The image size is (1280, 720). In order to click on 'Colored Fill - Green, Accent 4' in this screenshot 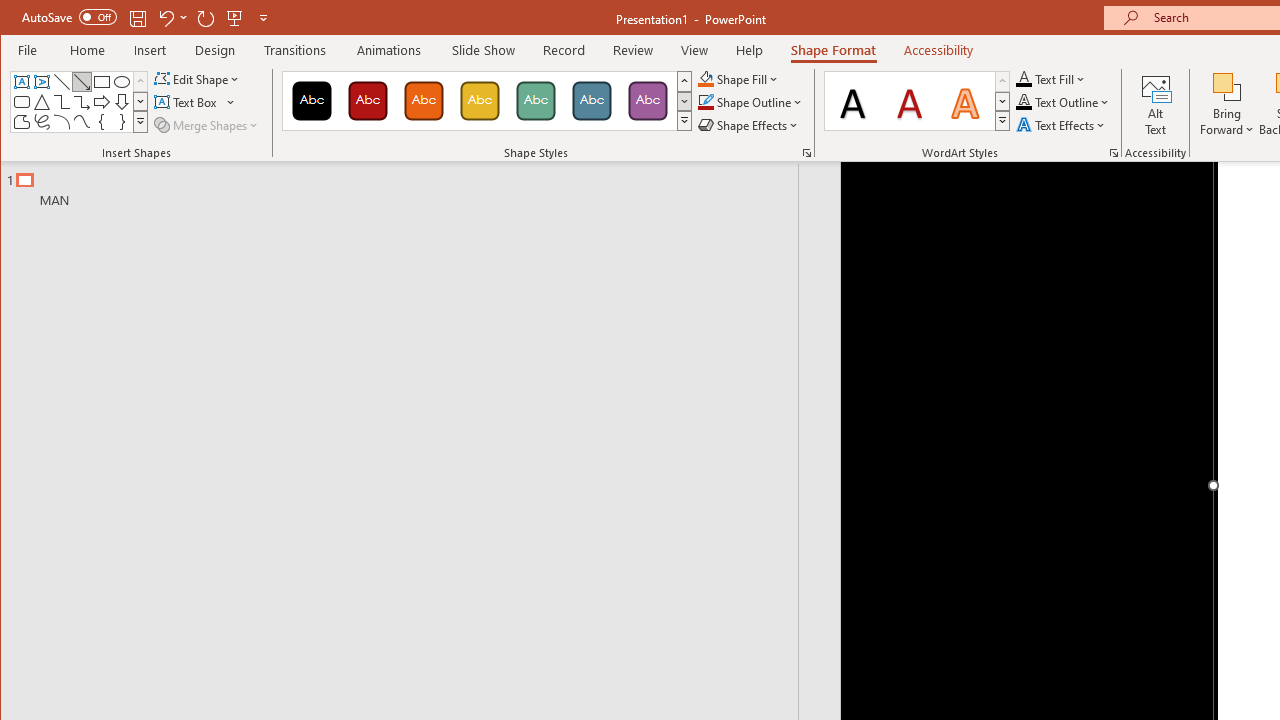, I will do `click(536, 100)`.